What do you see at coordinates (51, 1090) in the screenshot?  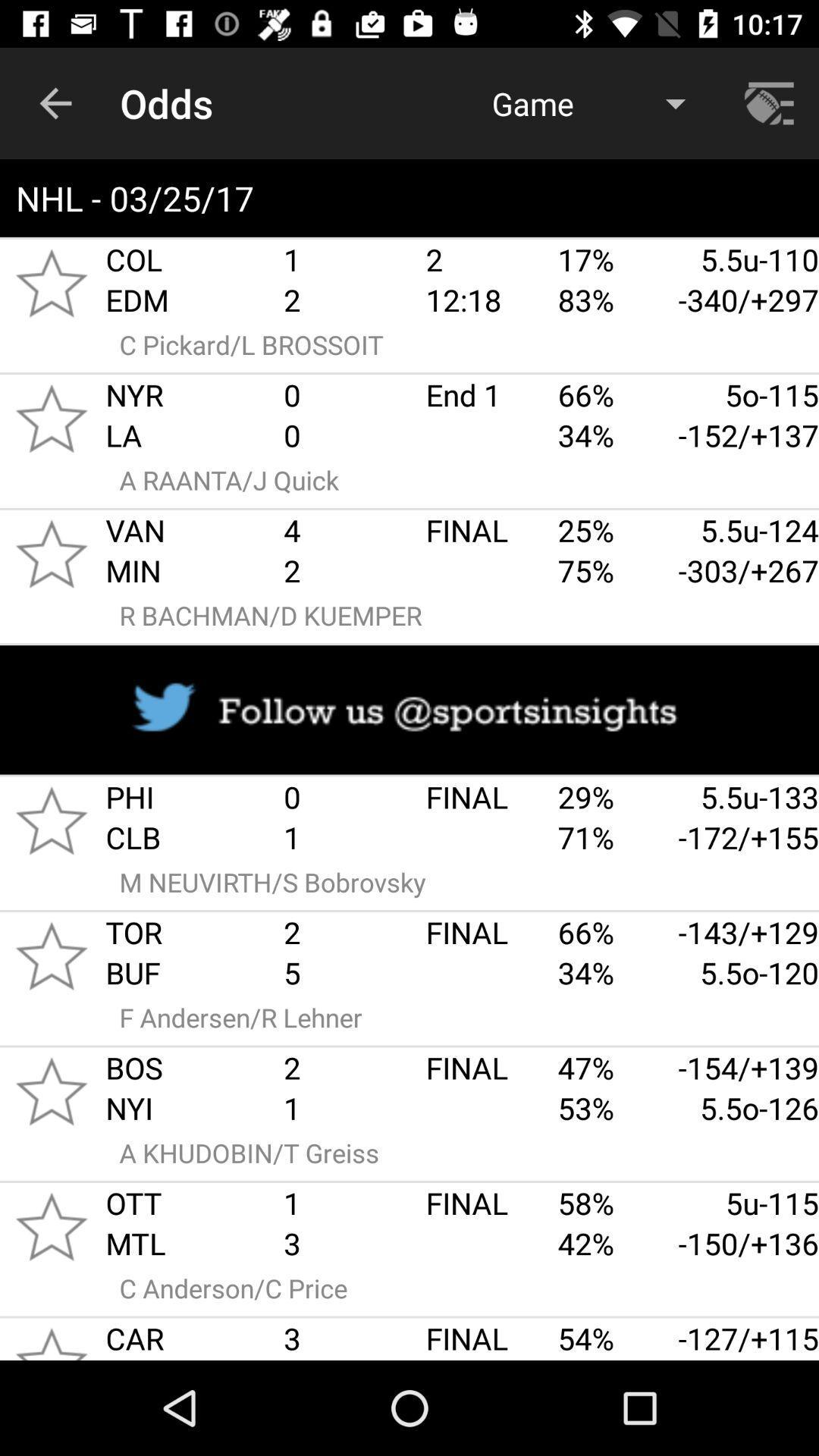 I see `favourite button` at bounding box center [51, 1090].